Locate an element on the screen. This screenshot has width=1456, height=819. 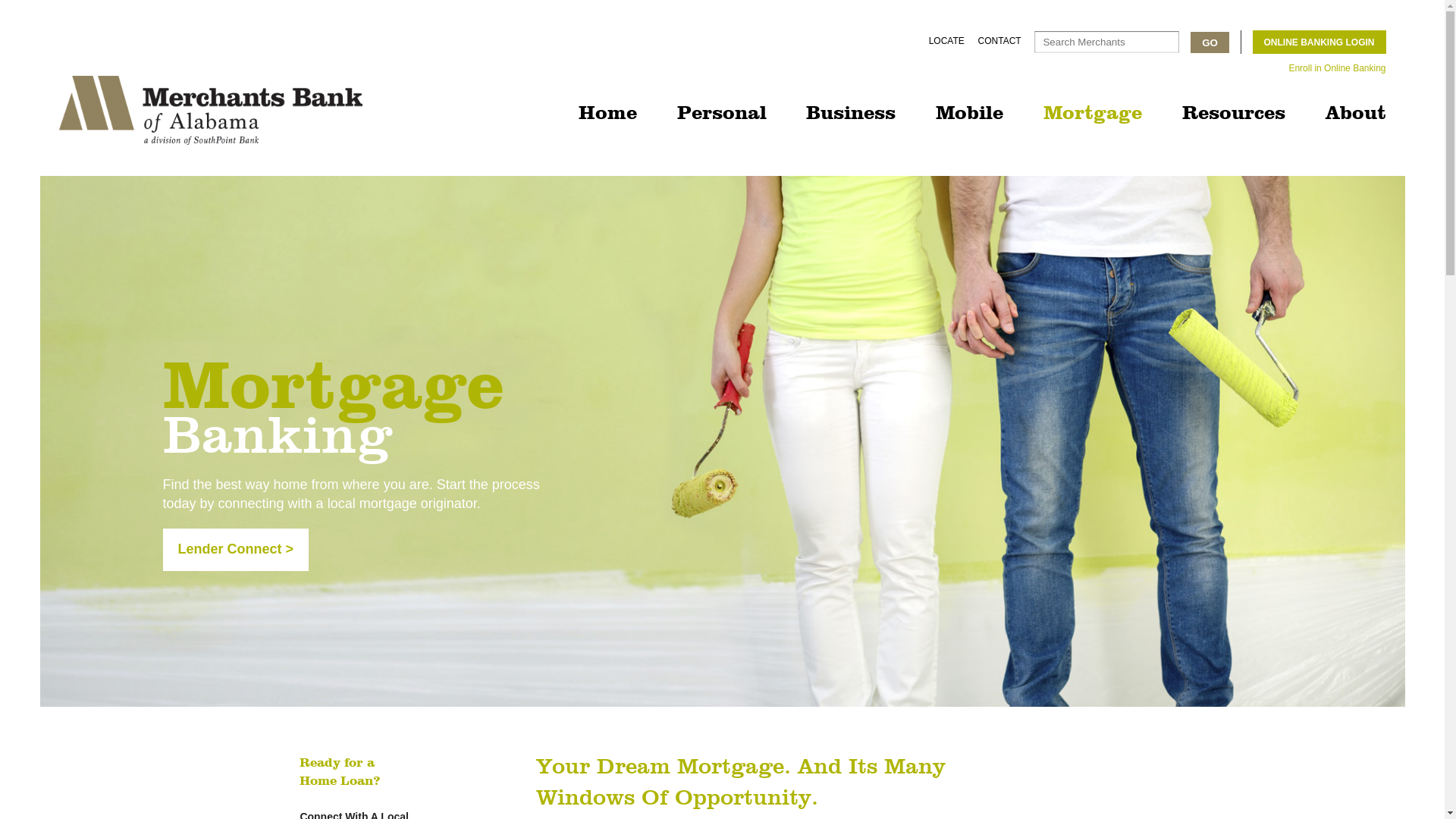
'Enroll in Online Banking' is located at coordinates (1336, 67).